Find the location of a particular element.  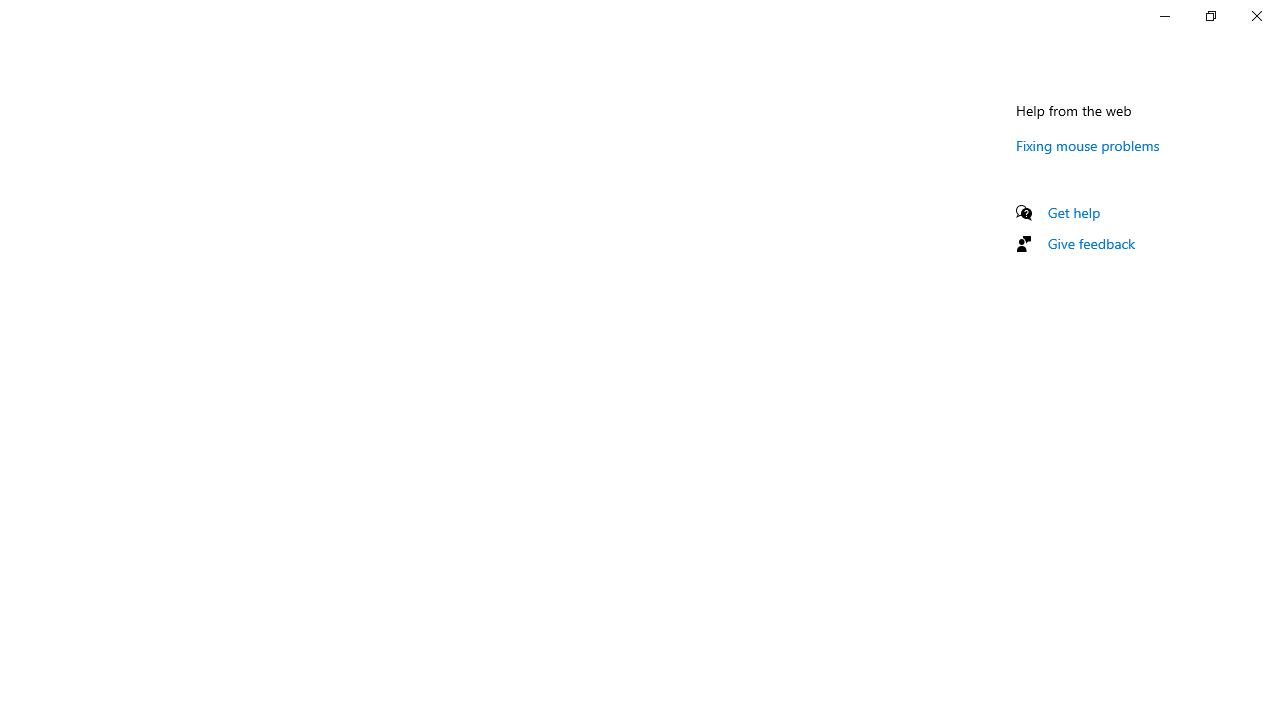

'Minimize Settings' is located at coordinates (1164, 15).